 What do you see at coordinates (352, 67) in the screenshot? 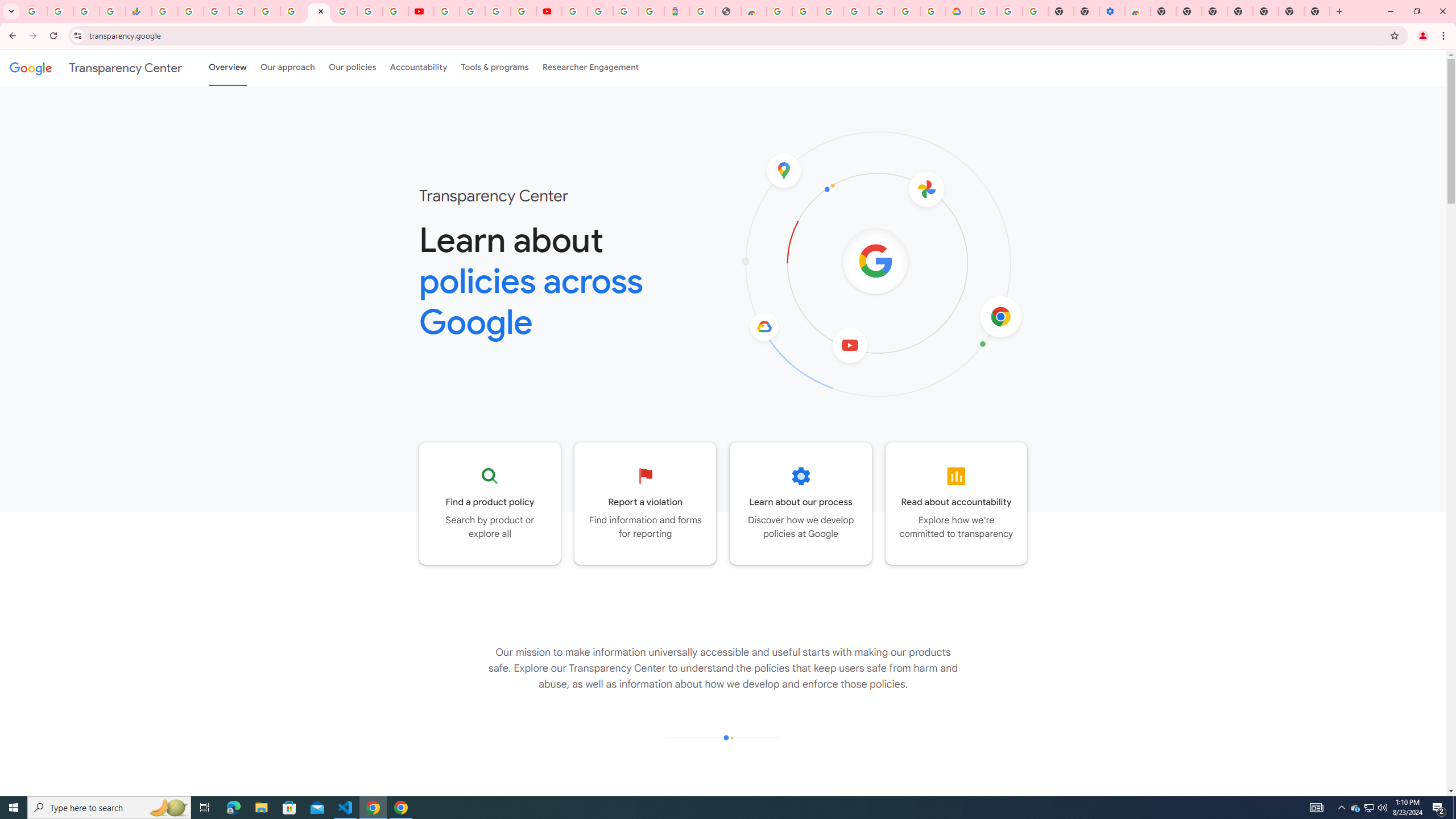
I see `'Our policies'` at bounding box center [352, 67].